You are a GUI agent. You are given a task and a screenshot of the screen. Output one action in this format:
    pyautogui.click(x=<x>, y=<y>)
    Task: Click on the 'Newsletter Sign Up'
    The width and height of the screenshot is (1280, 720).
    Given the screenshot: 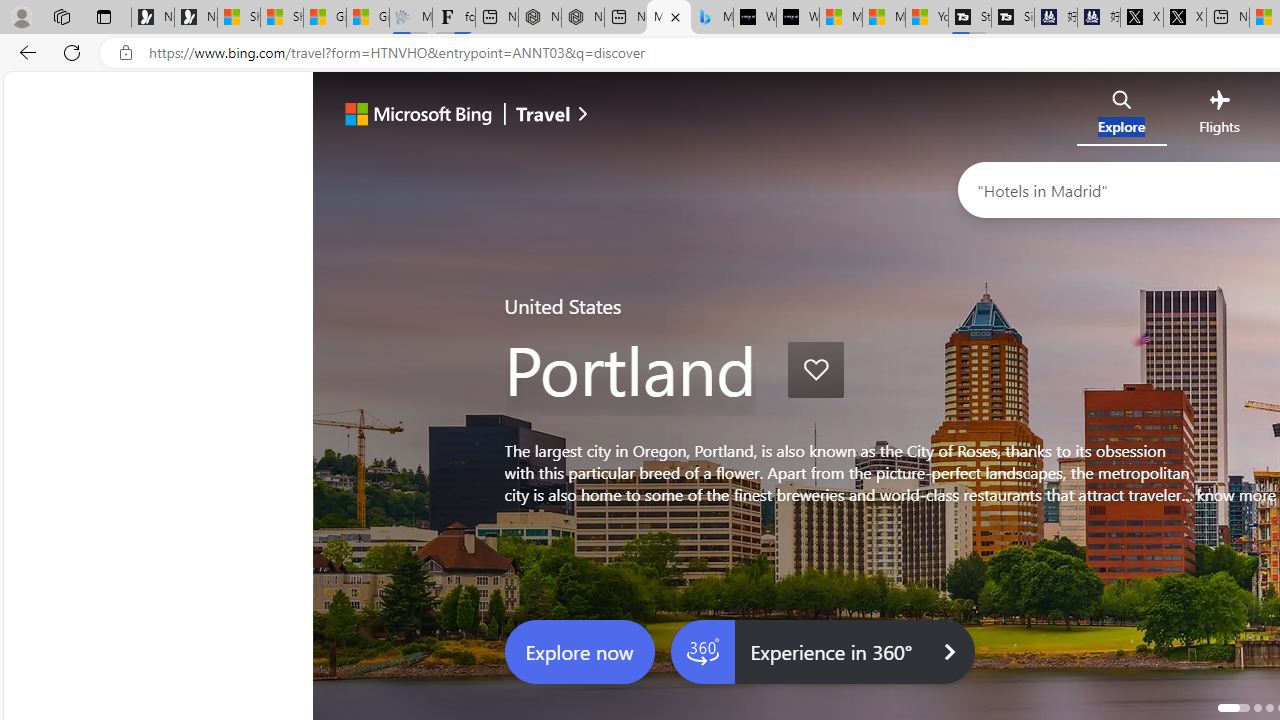 What is the action you would take?
    pyautogui.click(x=196, y=17)
    